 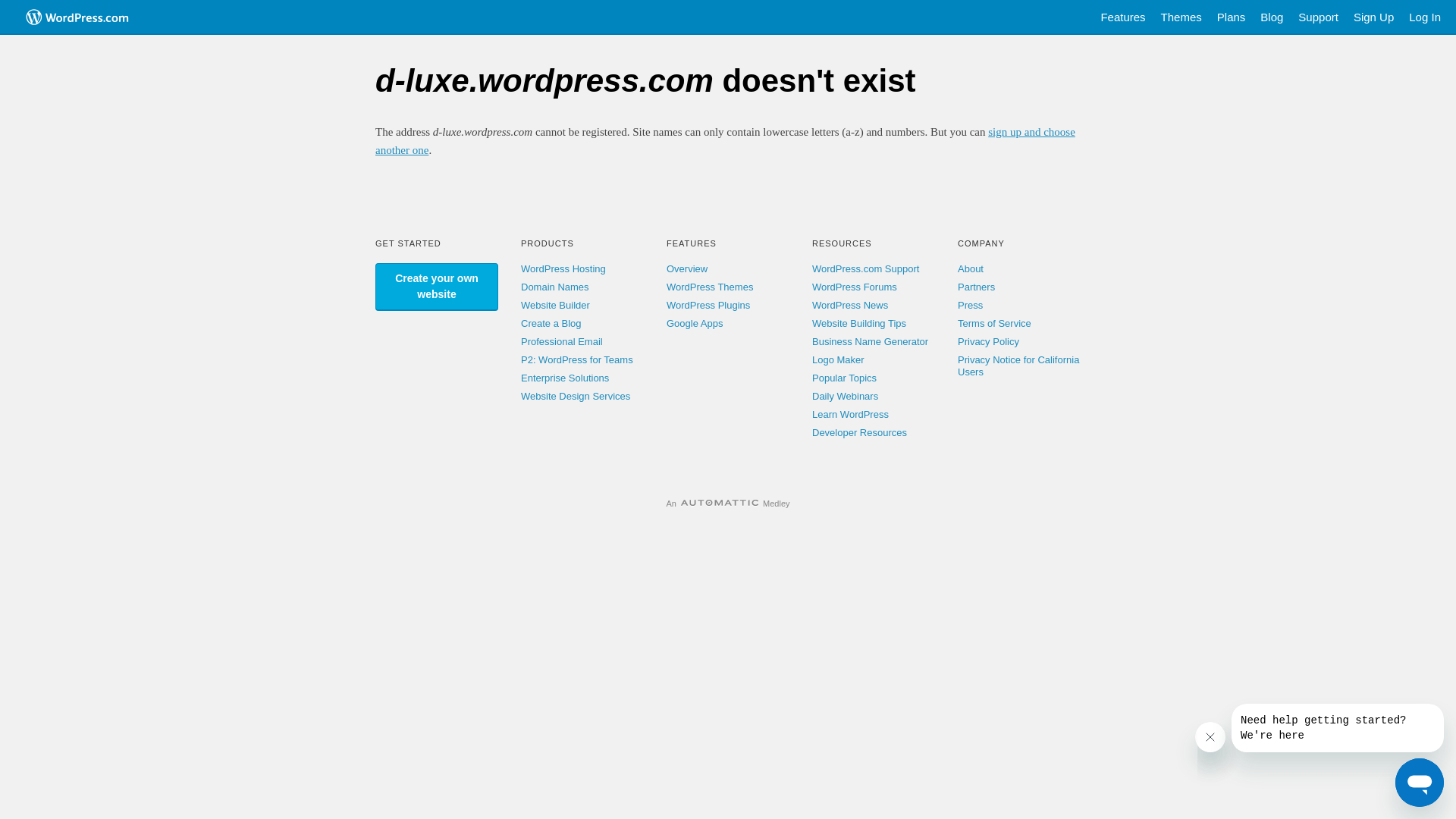 I want to click on 'WordPress Themes', so click(x=709, y=287).